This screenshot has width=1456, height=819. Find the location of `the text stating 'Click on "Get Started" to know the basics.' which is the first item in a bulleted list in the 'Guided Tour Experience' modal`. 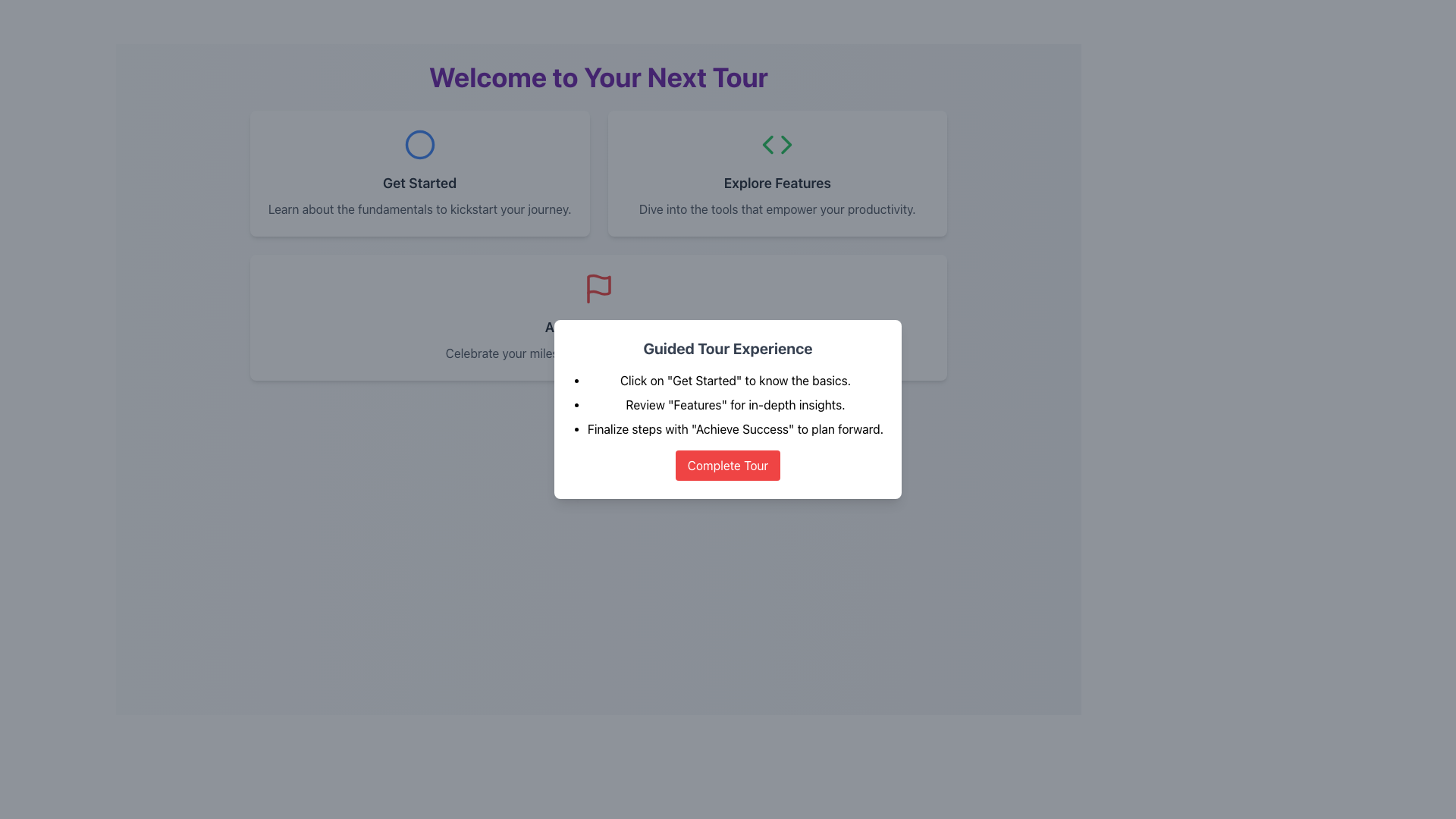

the text stating 'Click on "Get Started" to know the basics.' which is the first item in a bulleted list in the 'Guided Tour Experience' modal is located at coordinates (735, 379).